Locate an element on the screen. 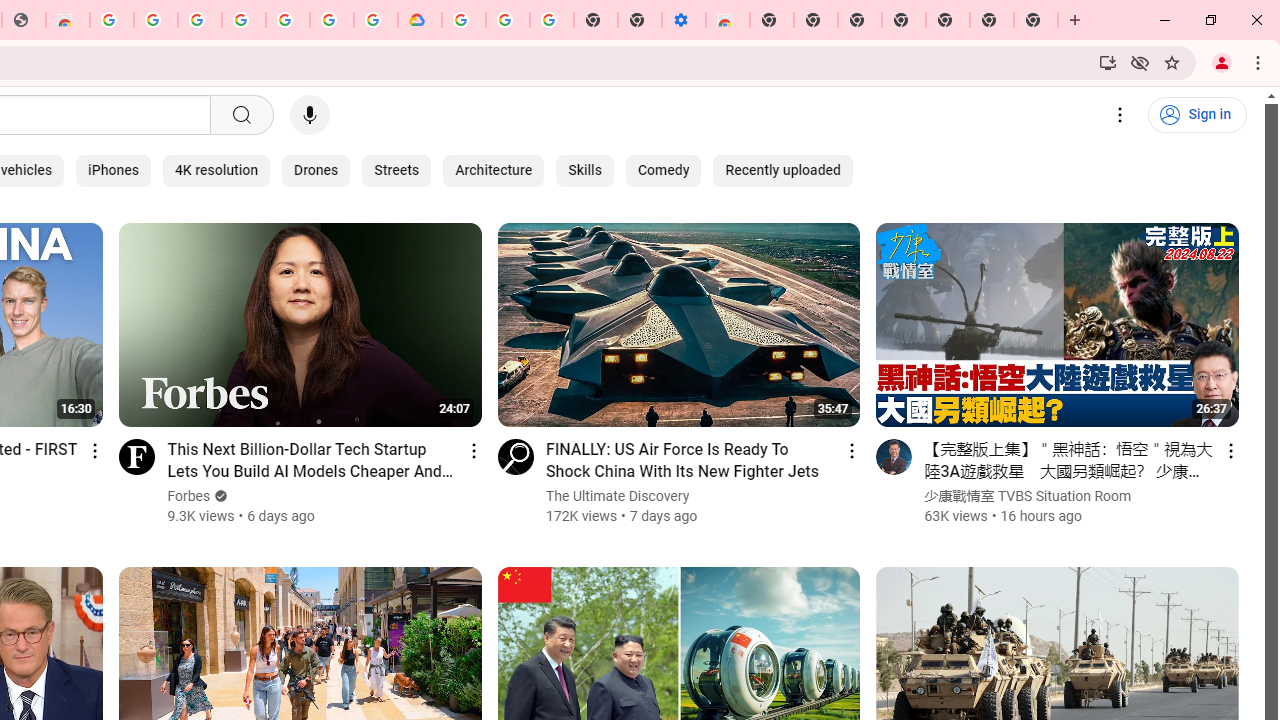  'Search with your voice' is located at coordinates (308, 115).